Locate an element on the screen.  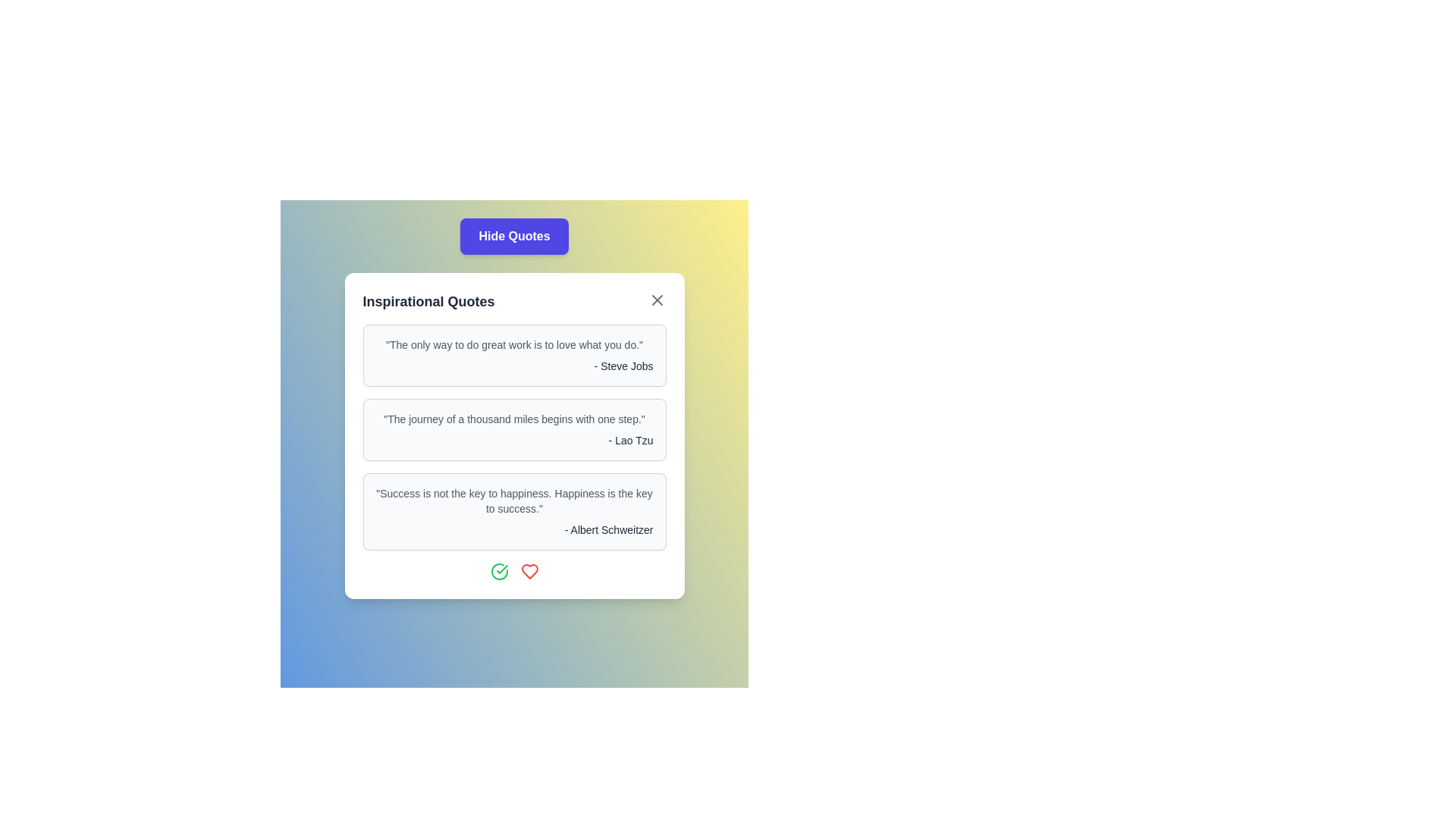
the second quote card in the Inspirational Quotes section is located at coordinates (514, 430).